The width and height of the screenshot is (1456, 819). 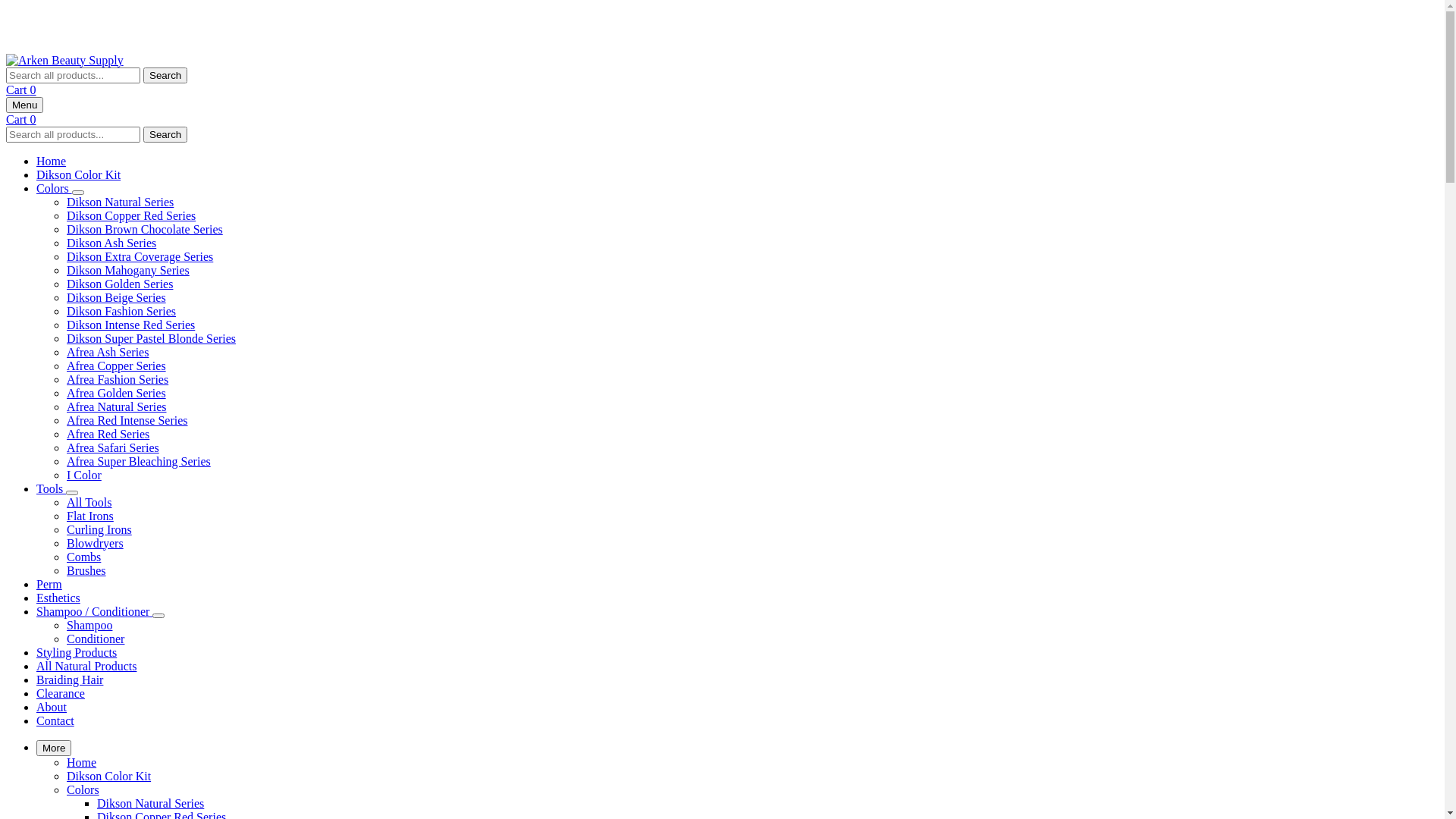 What do you see at coordinates (86, 570) in the screenshot?
I see `'Brushes'` at bounding box center [86, 570].